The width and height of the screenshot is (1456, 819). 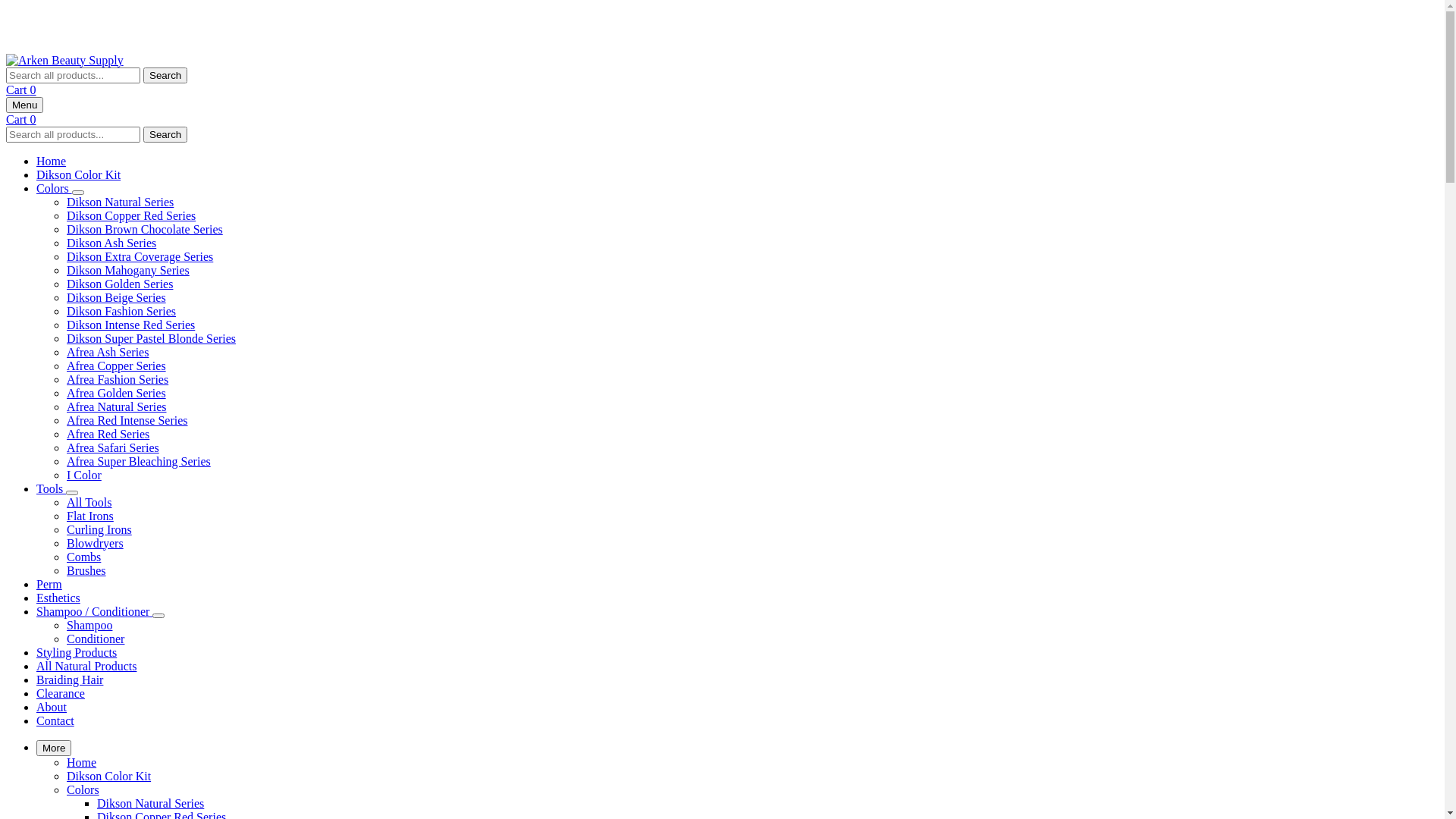 What do you see at coordinates (86, 570) in the screenshot?
I see `'Brushes'` at bounding box center [86, 570].